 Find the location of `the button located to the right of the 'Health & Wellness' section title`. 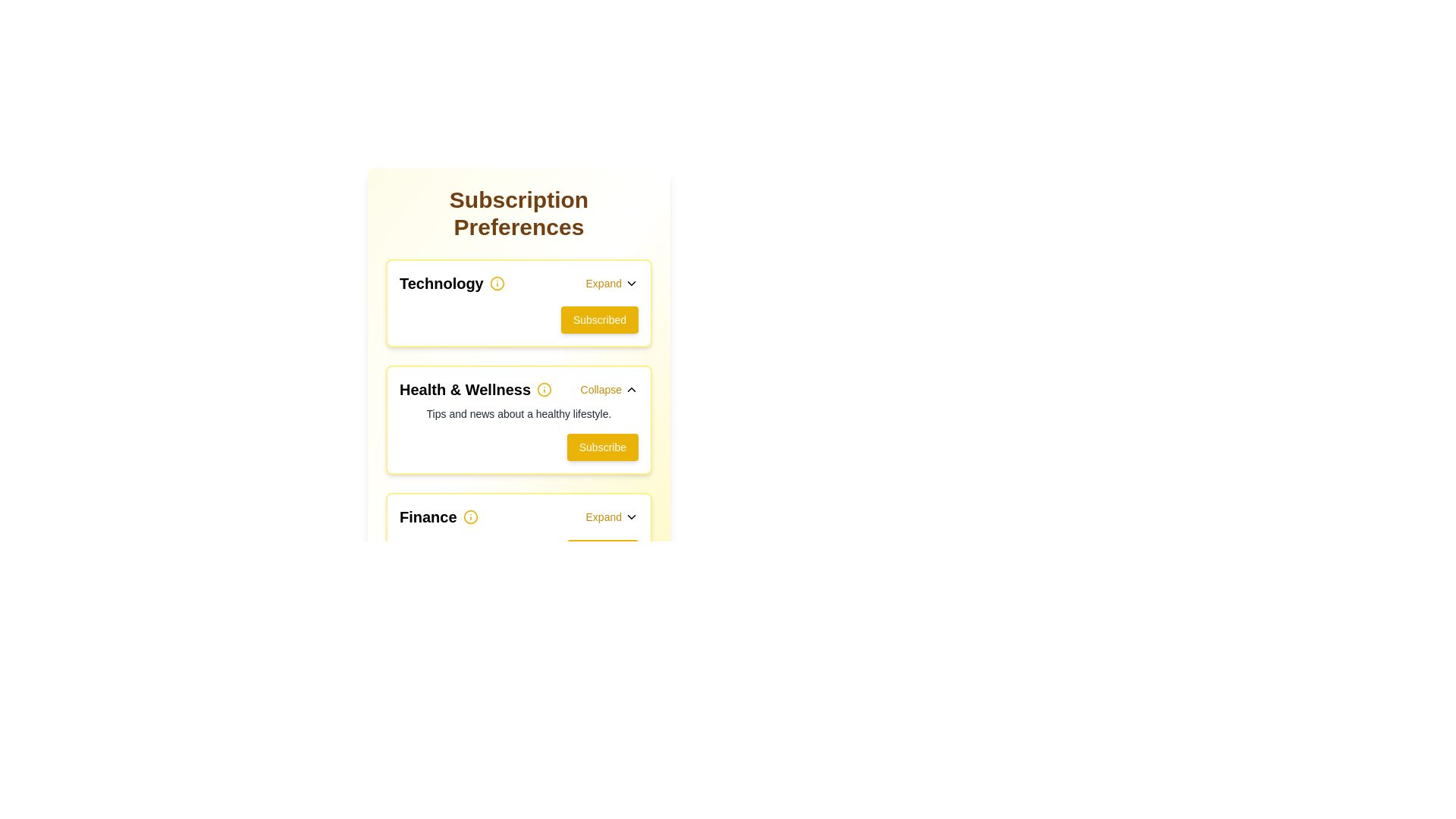

the button located to the right of the 'Health & Wellness' section title is located at coordinates (609, 388).